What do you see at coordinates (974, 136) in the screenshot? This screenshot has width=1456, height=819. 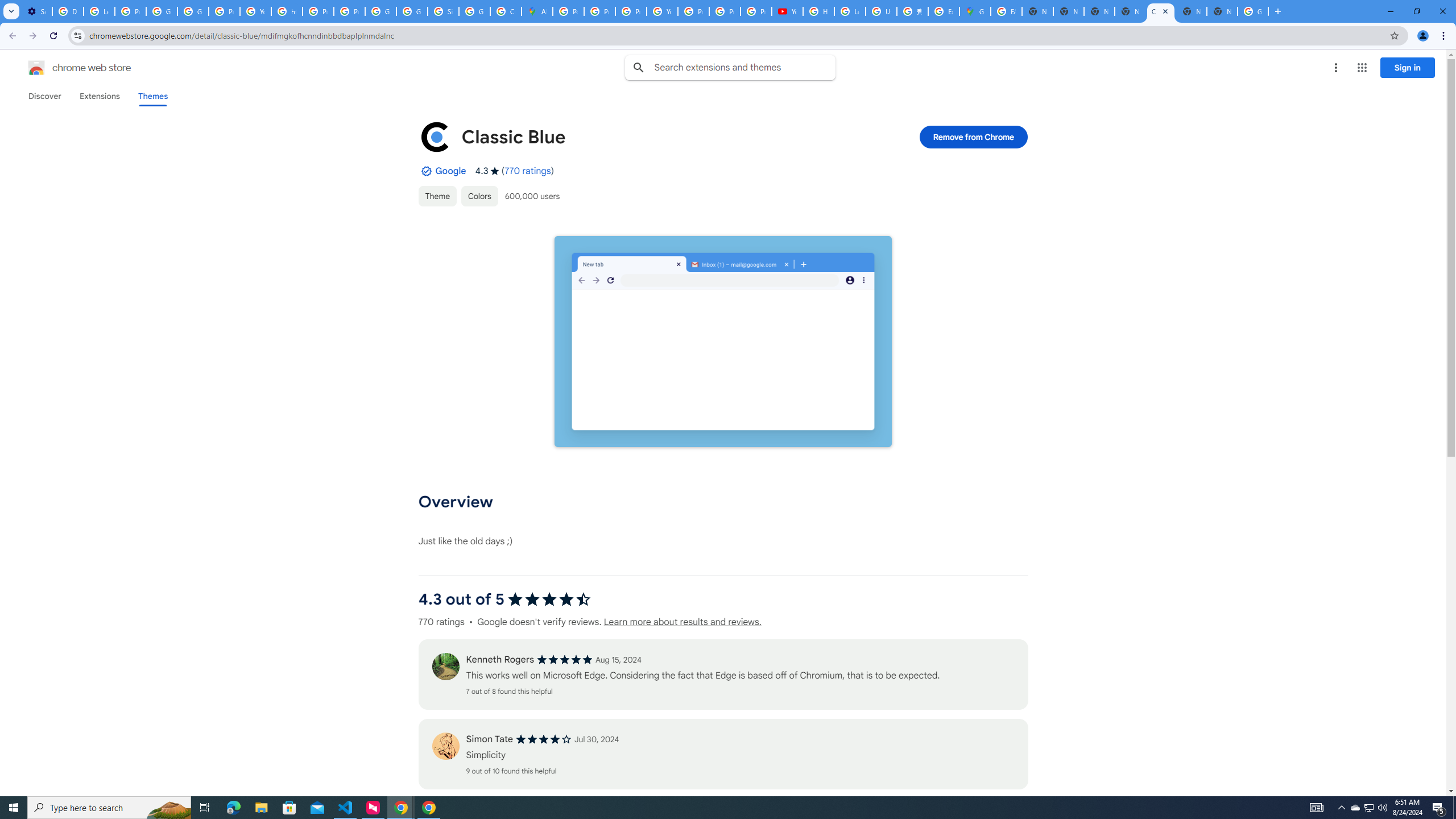 I see `'Remove from Chrome'` at bounding box center [974, 136].